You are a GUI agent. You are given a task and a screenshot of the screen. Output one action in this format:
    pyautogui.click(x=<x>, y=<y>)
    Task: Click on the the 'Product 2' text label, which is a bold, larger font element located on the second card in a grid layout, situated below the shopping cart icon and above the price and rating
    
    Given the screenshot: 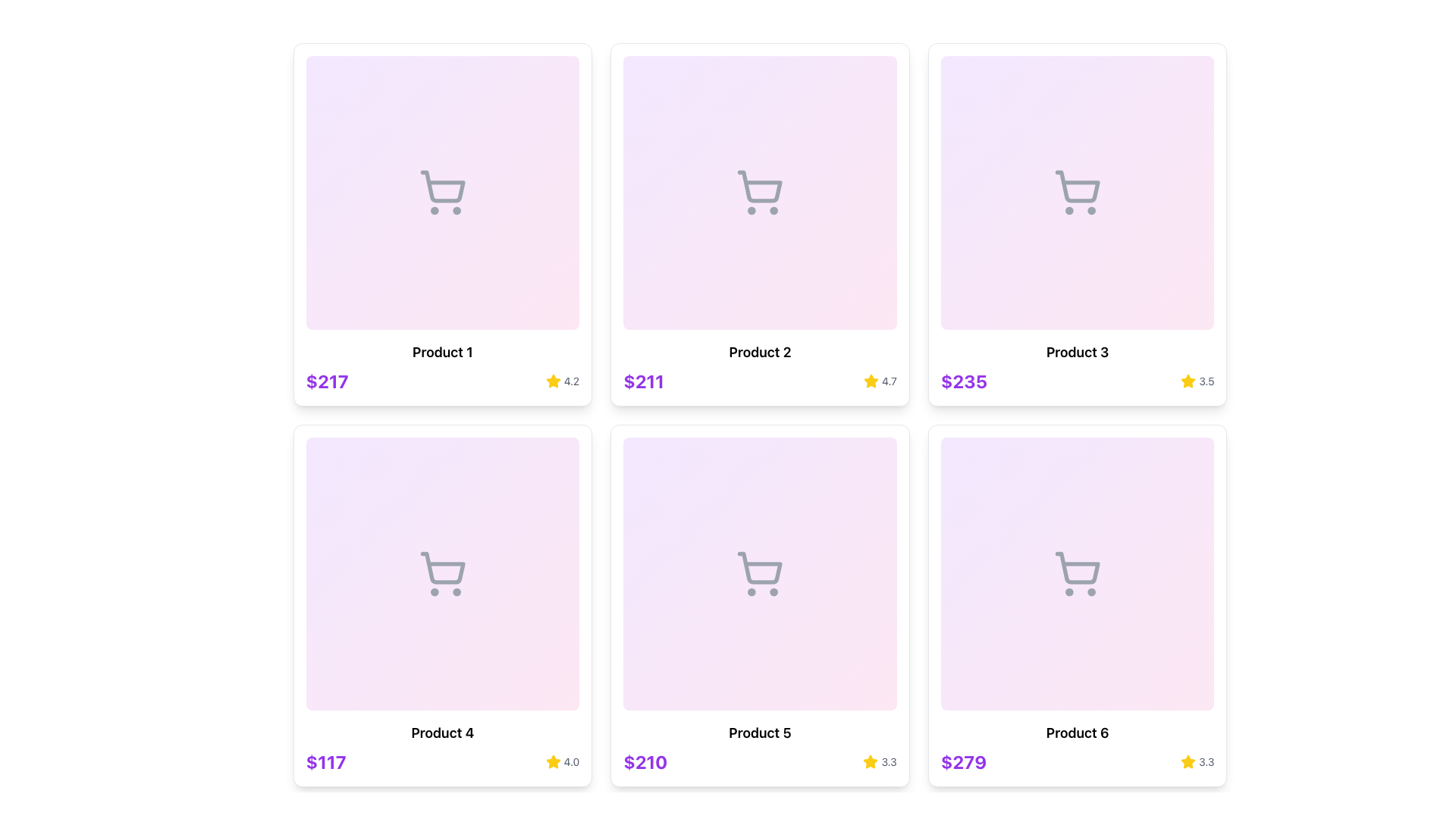 What is the action you would take?
    pyautogui.click(x=760, y=352)
    